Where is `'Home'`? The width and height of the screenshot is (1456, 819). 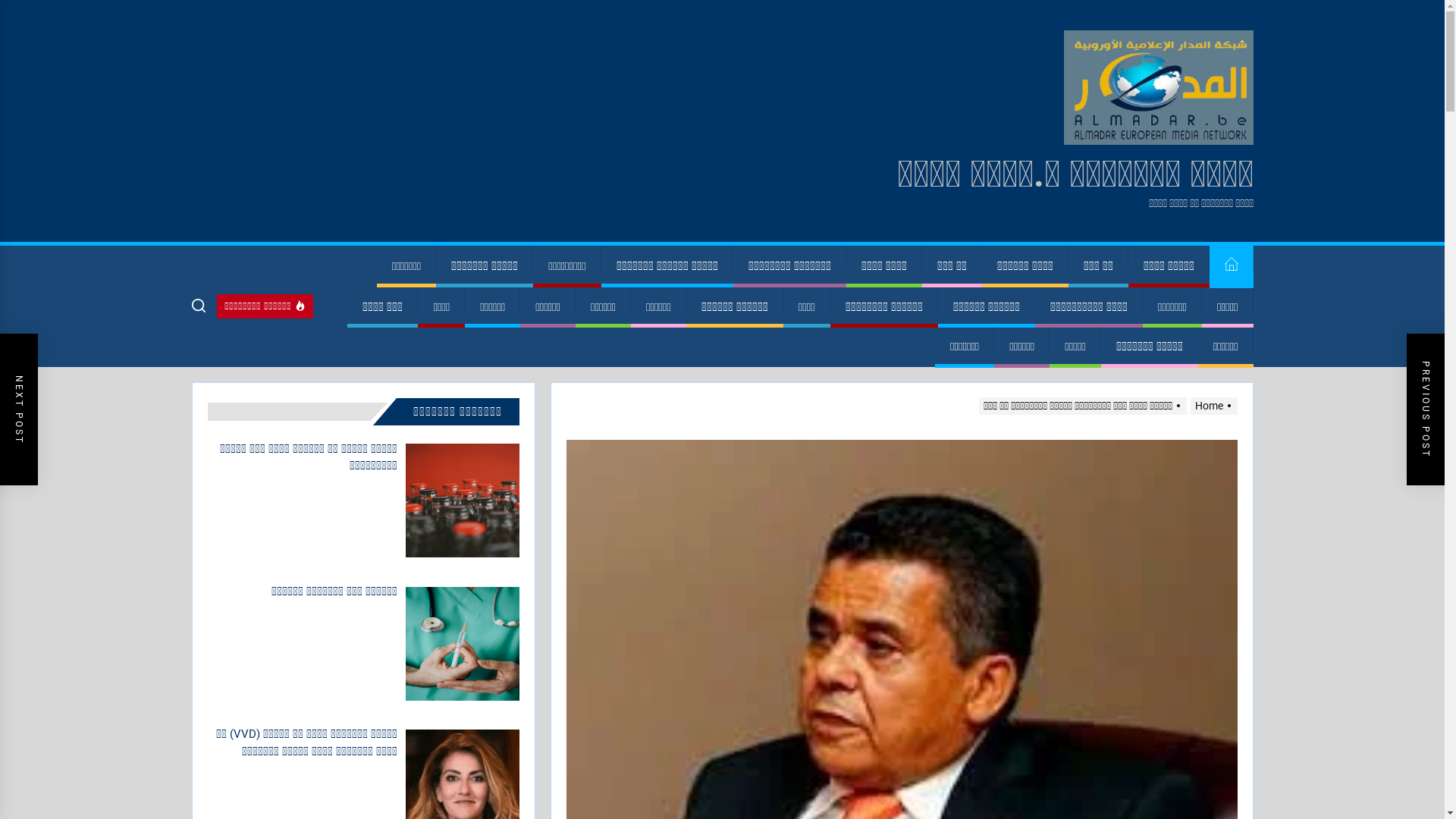 'Home' is located at coordinates (1230, 265).